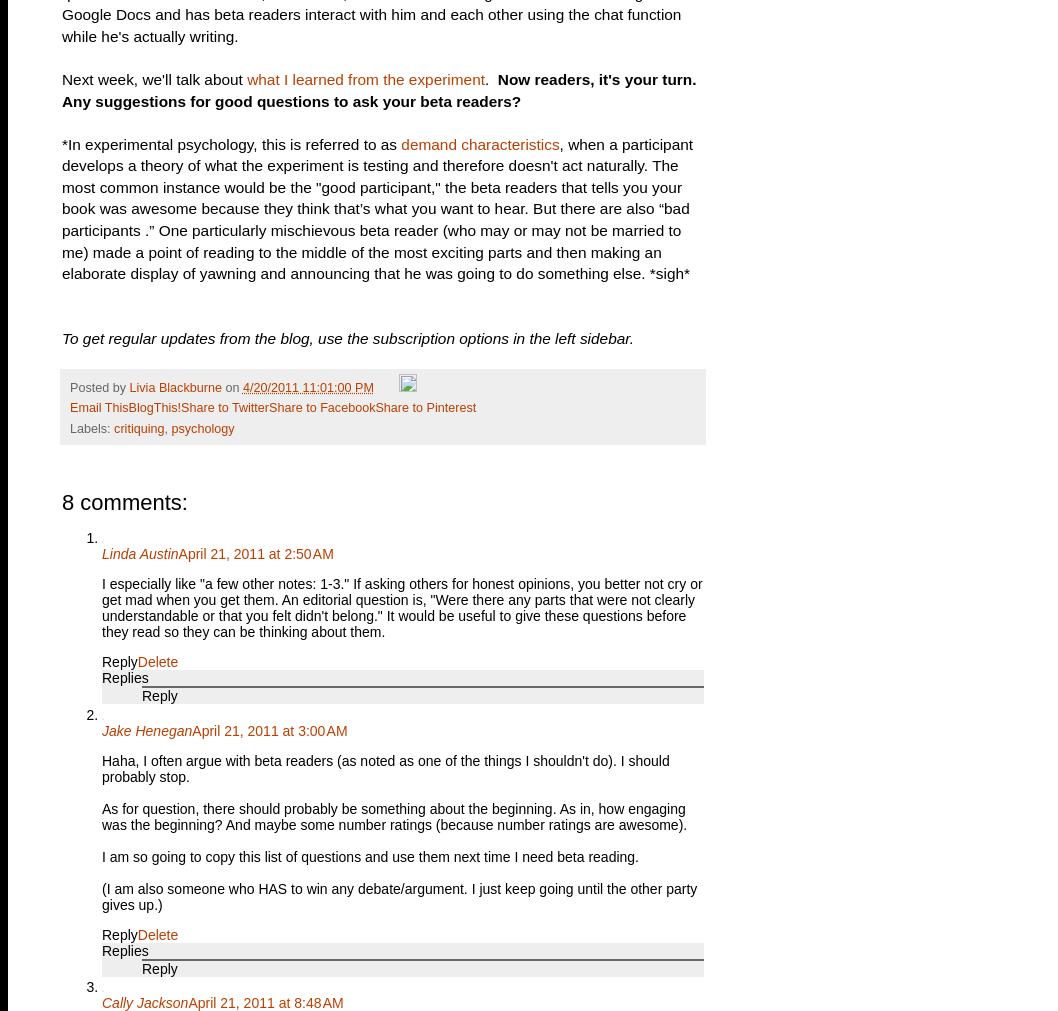 This screenshot has width=1058, height=1011. I want to click on '4/20/2011 11:01:00 PM', so click(306, 387).